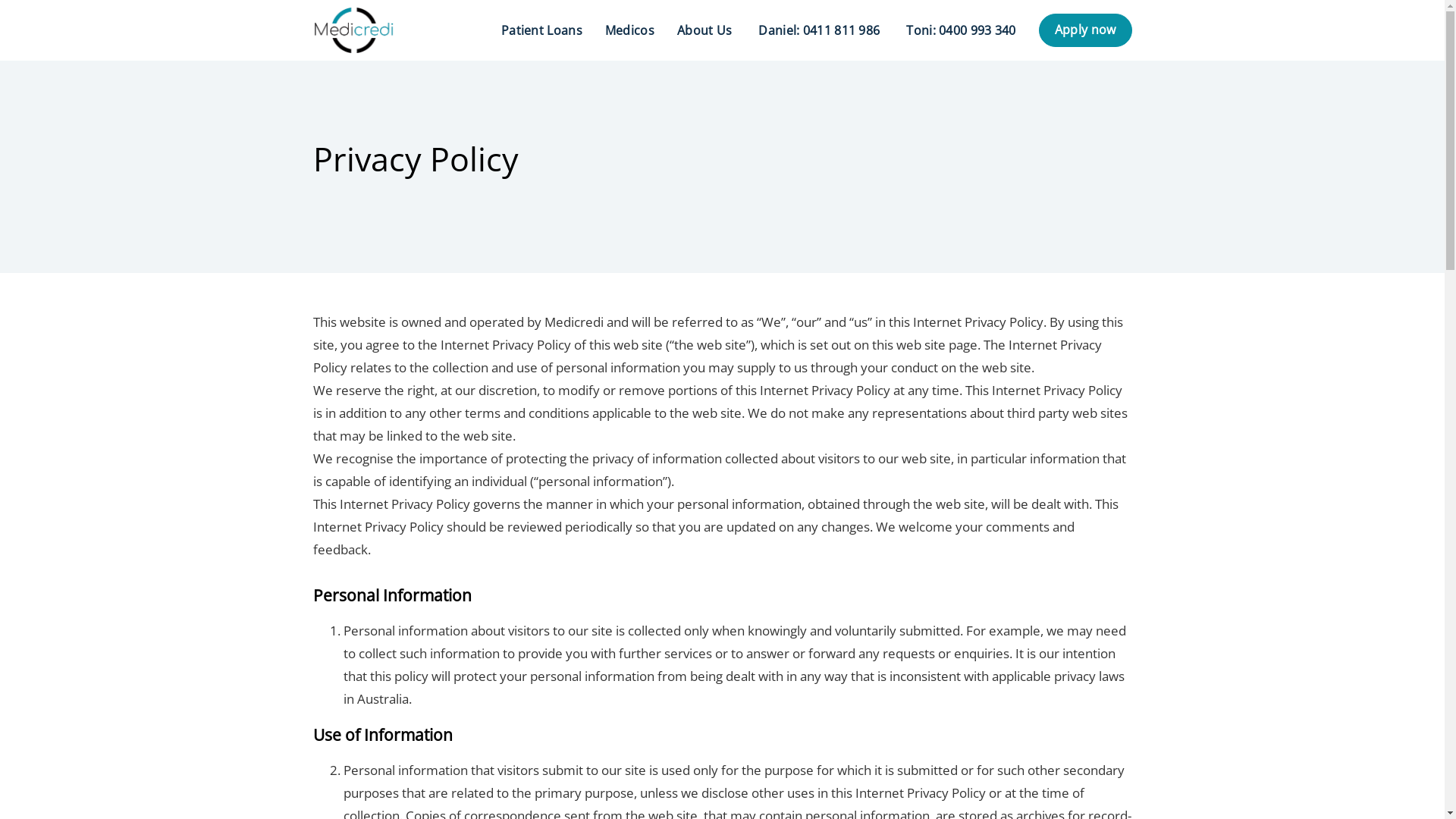 This screenshot has width=1456, height=819. What do you see at coordinates (1084, 30) in the screenshot?
I see `'Apply now'` at bounding box center [1084, 30].